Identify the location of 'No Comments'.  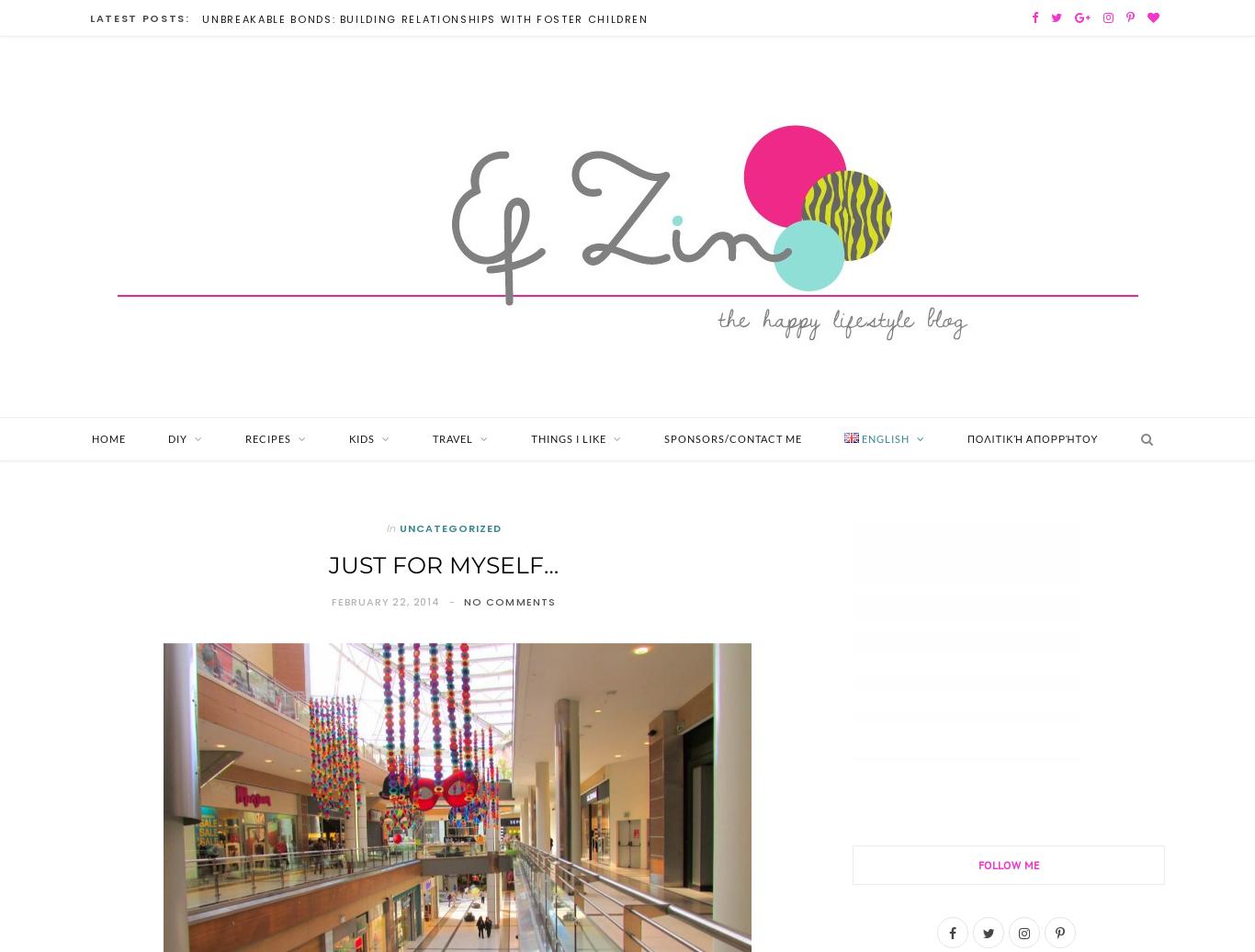
(509, 601).